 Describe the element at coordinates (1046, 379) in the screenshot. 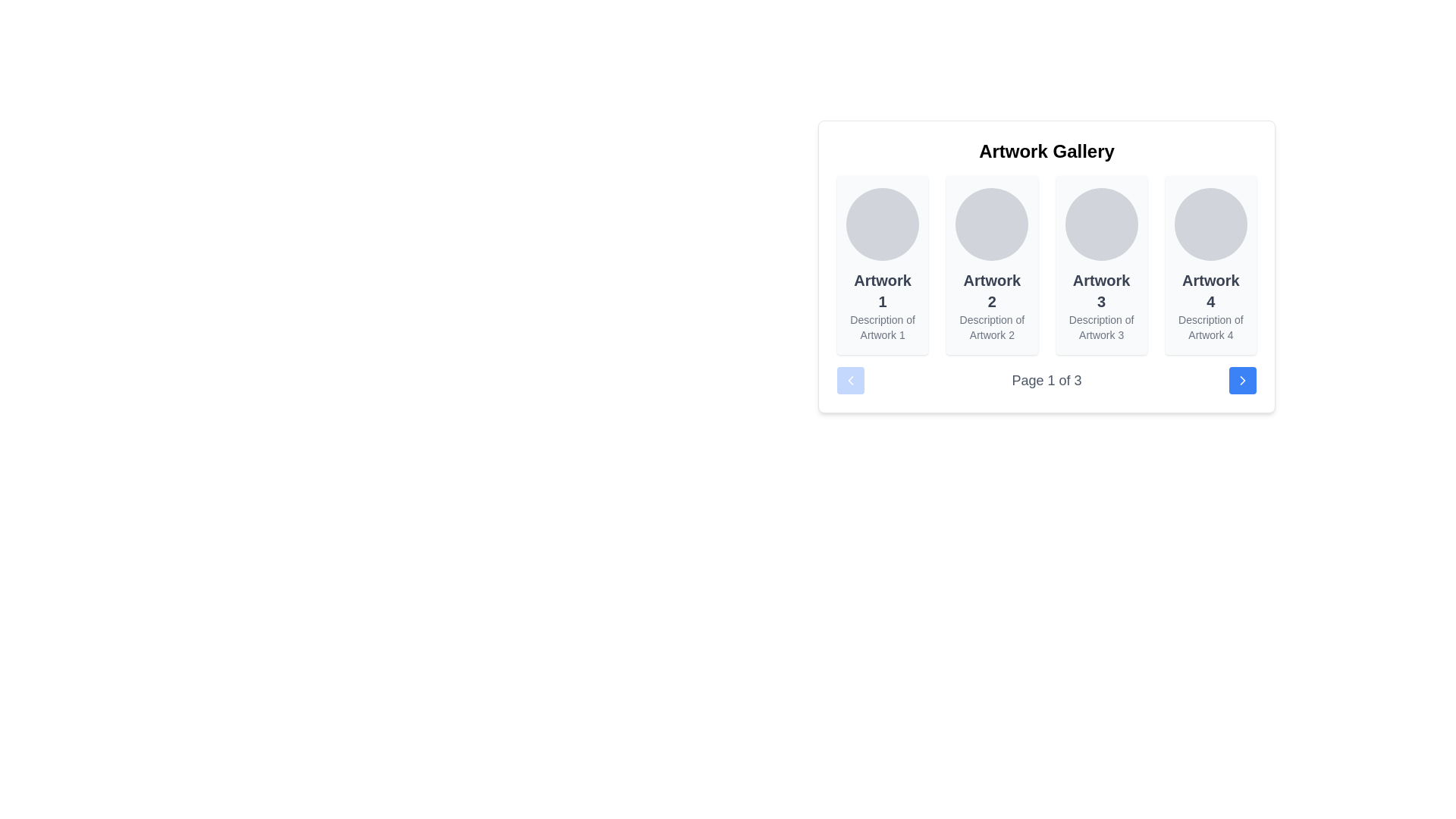

I see `the pagination indicator that displays the current page number, located below the artwork cards grid in the gallery box` at that location.